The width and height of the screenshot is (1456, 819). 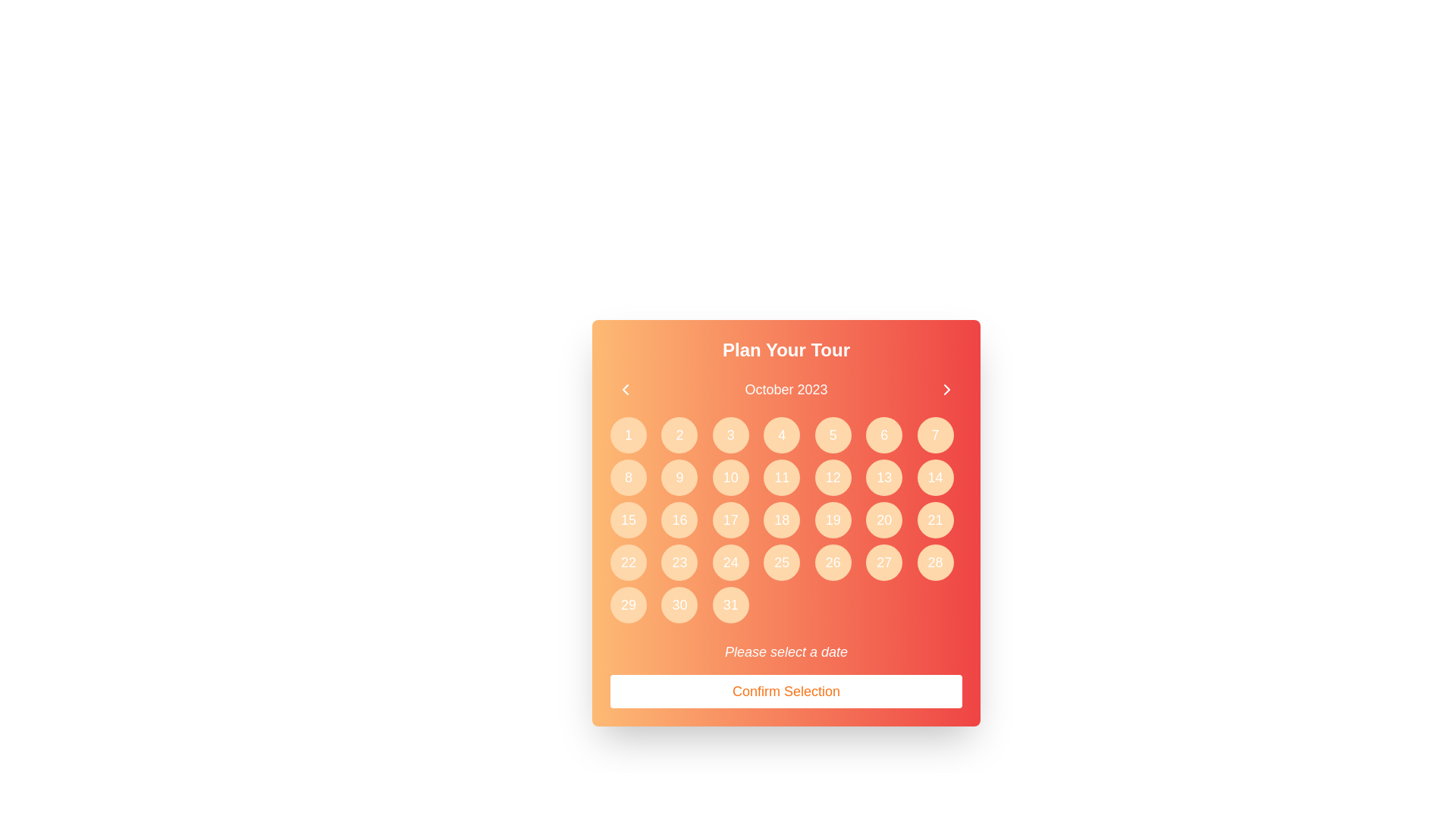 What do you see at coordinates (884, 435) in the screenshot?
I see `the button representing the date '6' in the calendar interface` at bounding box center [884, 435].